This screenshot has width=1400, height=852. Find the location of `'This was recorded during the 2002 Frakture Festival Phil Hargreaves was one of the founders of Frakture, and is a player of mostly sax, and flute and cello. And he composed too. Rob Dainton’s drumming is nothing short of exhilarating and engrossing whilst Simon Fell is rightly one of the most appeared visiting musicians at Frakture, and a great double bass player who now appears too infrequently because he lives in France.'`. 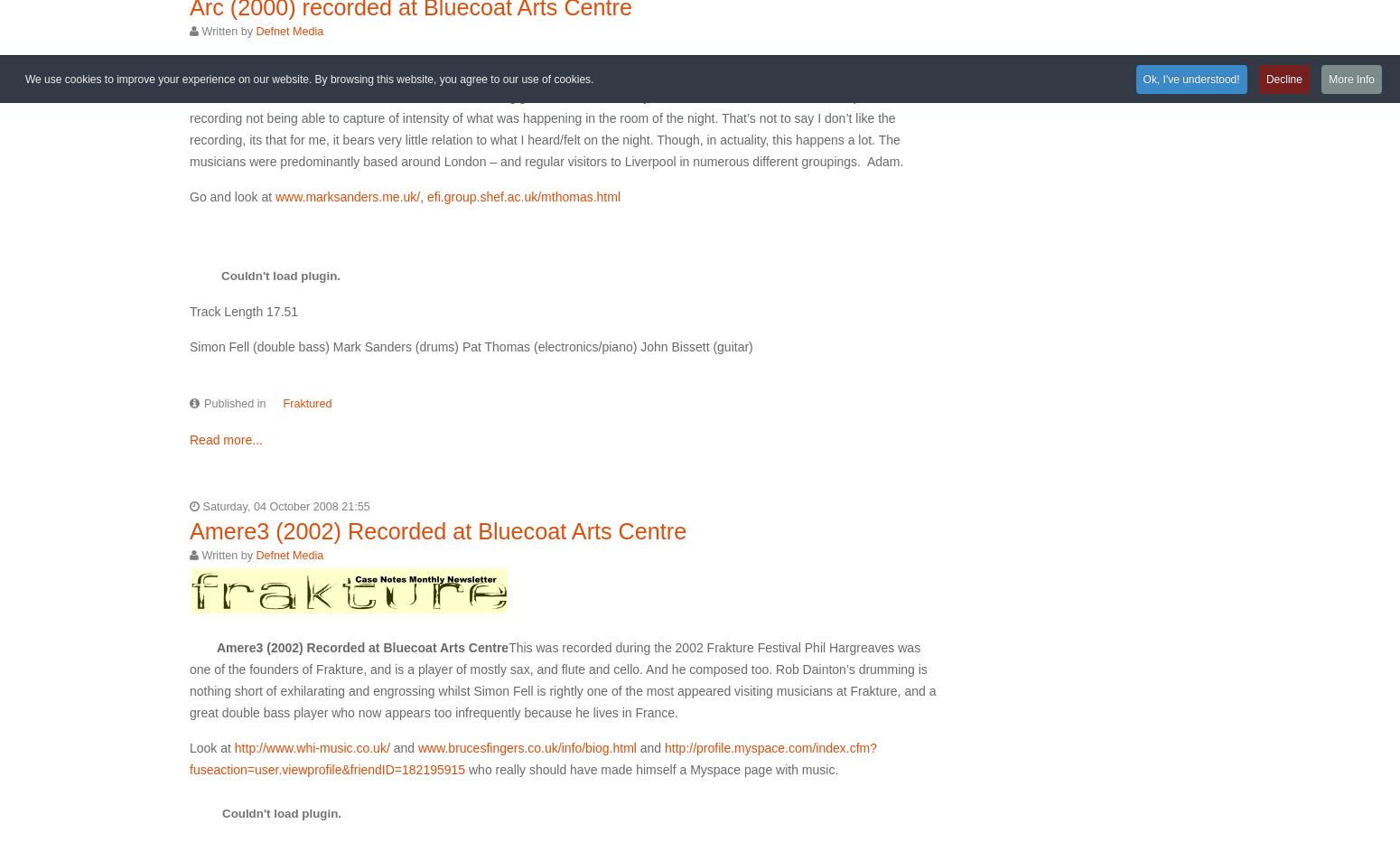

'This was recorded during the 2002 Frakture Festival Phil Hargreaves was one of the founders of Frakture, and is a player of mostly sax, and flute and cello. And he composed too. Rob Dainton’s drumming is nothing short of exhilarating and engrossing whilst Simon Fell is rightly one of the most appeared visiting musicians at Frakture, and a great double bass player who now appears too infrequently because he lives in France.' is located at coordinates (561, 679).